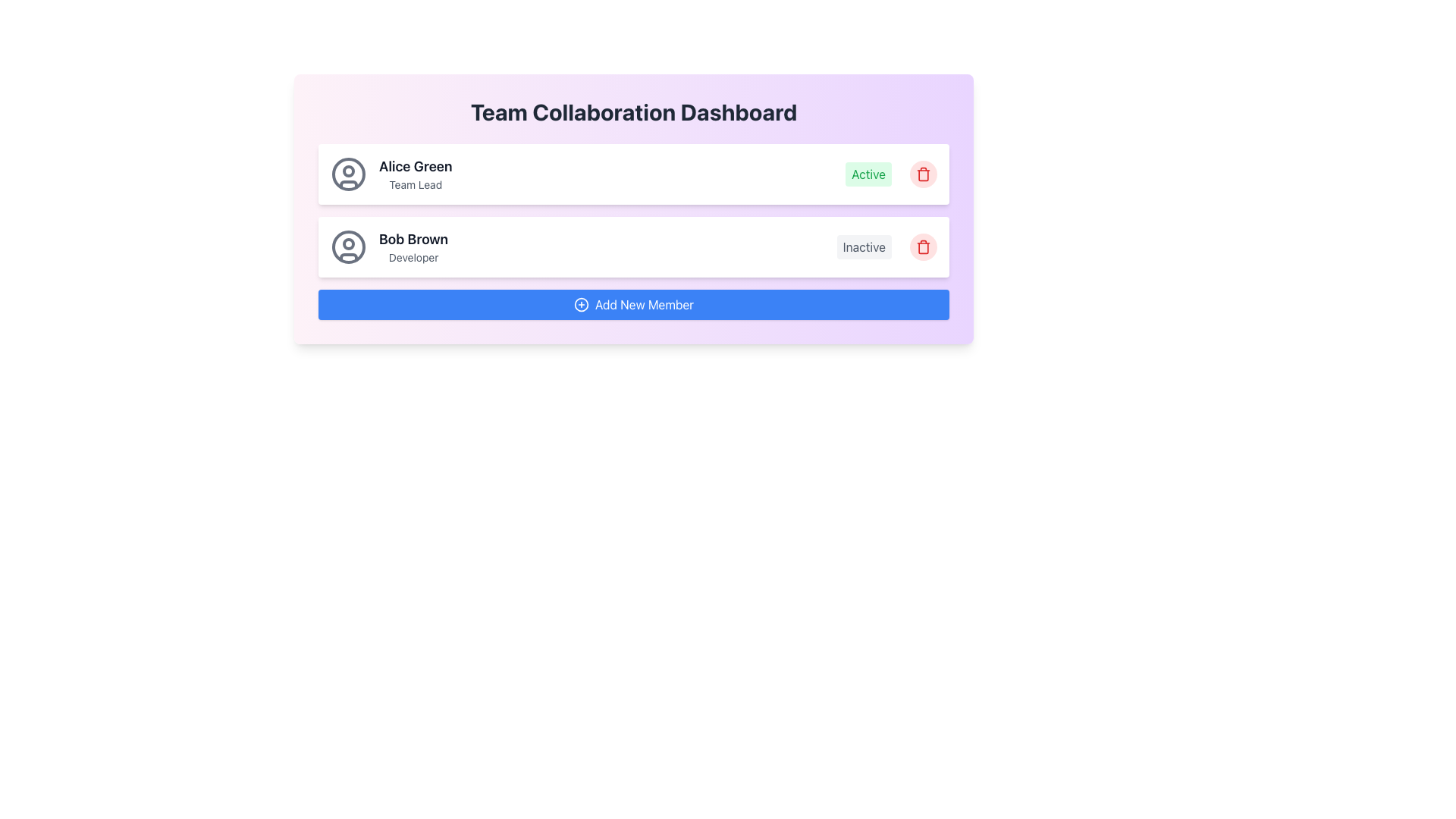 The height and width of the screenshot is (819, 1456). Describe the element at coordinates (633, 210) in the screenshot. I see `displayed information from the list of user entries showing team members' details in the 'Team Collaboration Dashboard'` at that location.